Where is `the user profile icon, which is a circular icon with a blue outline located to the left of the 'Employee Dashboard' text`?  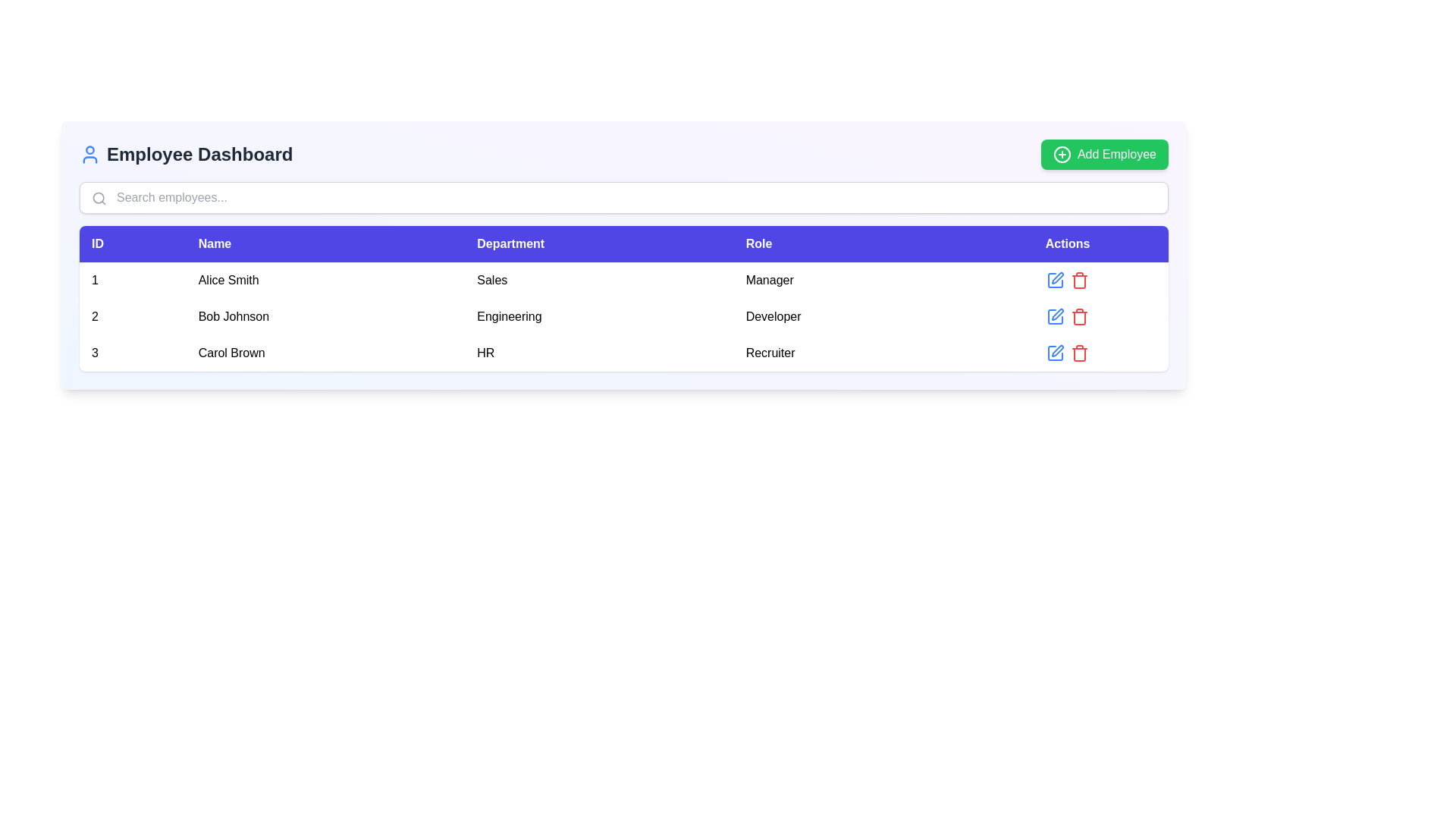 the user profile icon, which is a circular icon with a blue outline located to the left of the 'Employee Dashboard' text is located at coordinates (89, 155).